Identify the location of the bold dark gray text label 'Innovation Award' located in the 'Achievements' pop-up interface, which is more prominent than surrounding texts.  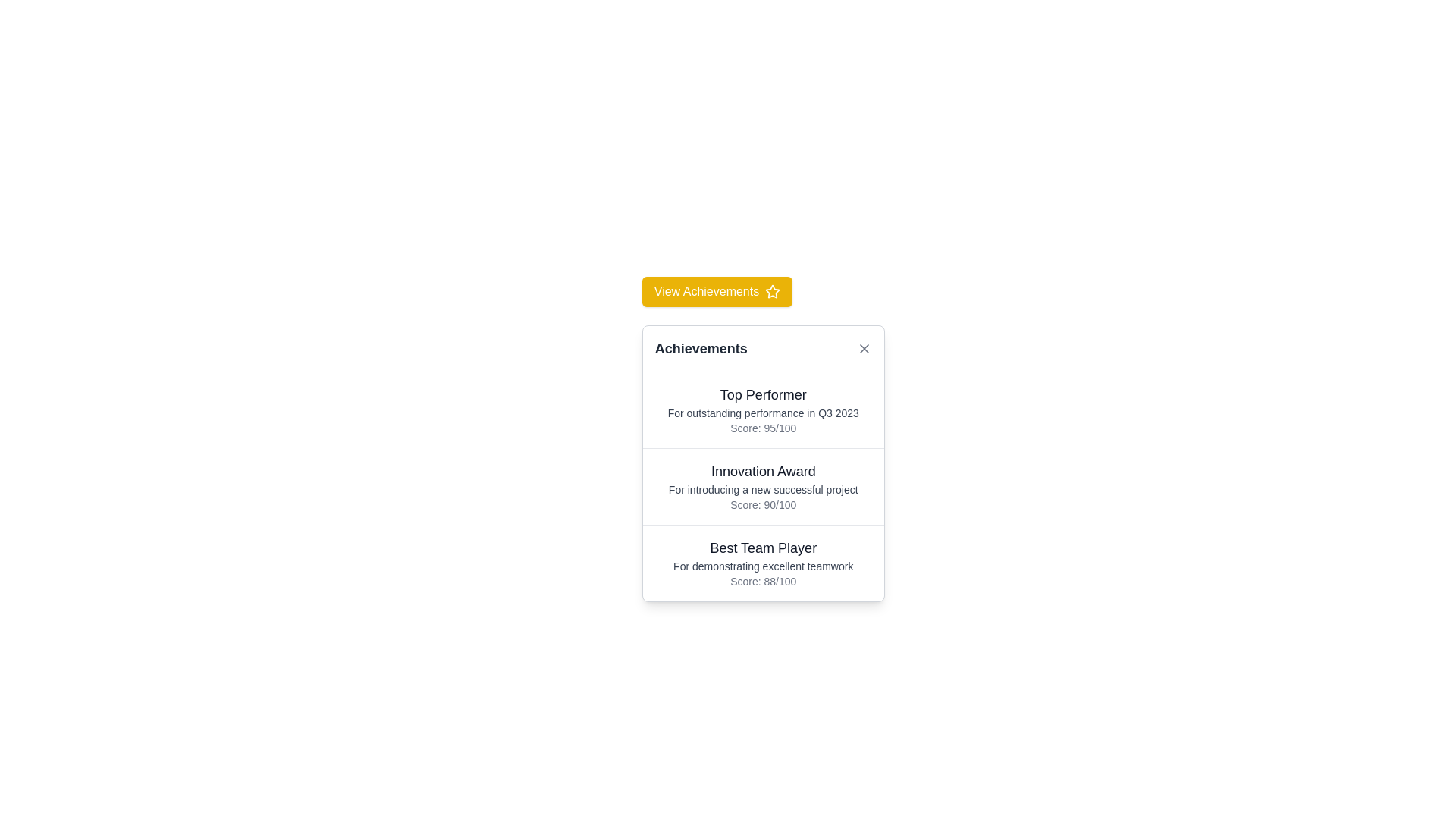
(763, 470).